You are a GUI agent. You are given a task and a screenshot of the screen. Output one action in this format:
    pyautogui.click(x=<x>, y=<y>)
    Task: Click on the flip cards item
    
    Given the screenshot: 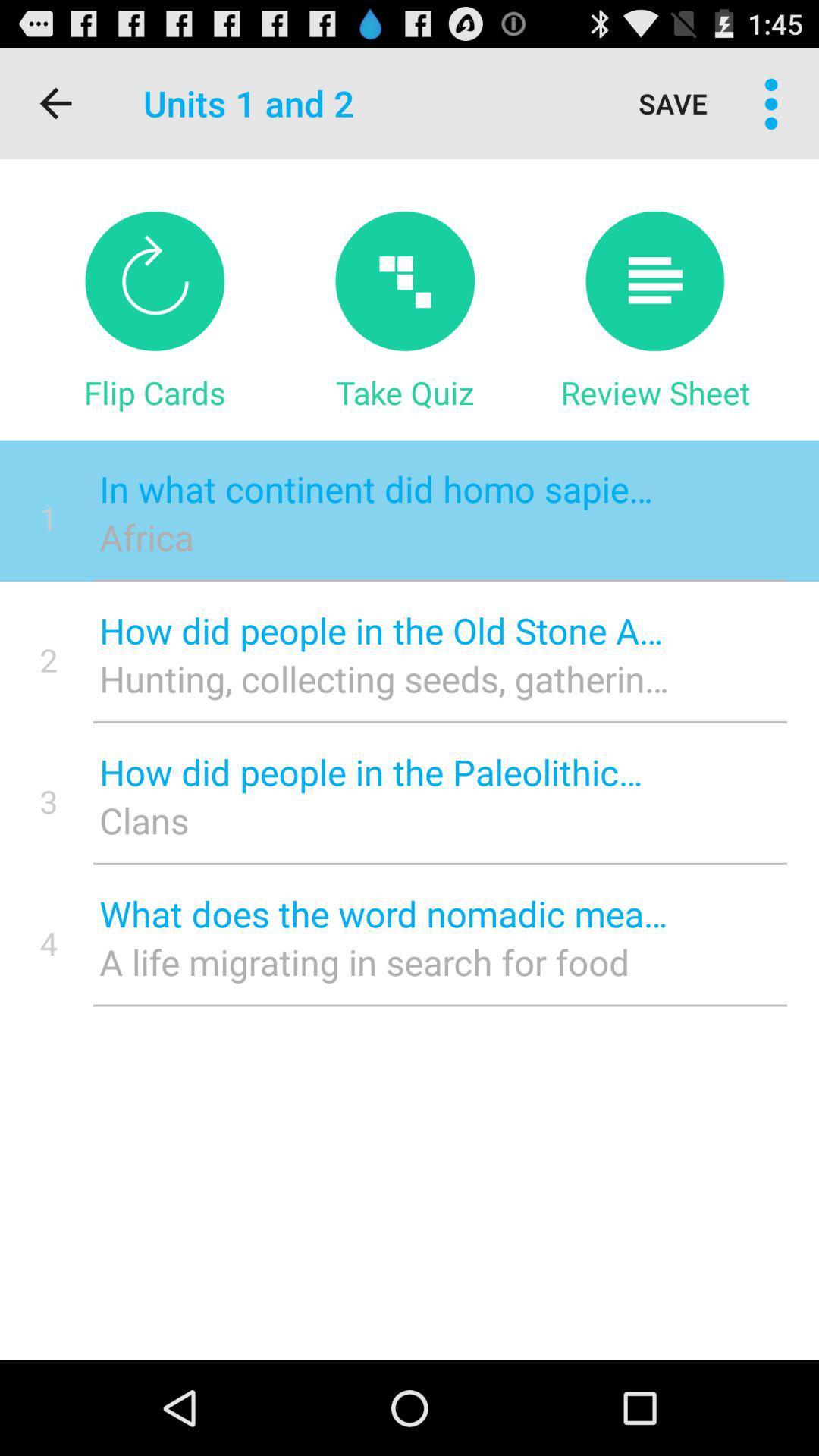 What is the action you would take?
    pyautogui.click(x=155, y=392)
    